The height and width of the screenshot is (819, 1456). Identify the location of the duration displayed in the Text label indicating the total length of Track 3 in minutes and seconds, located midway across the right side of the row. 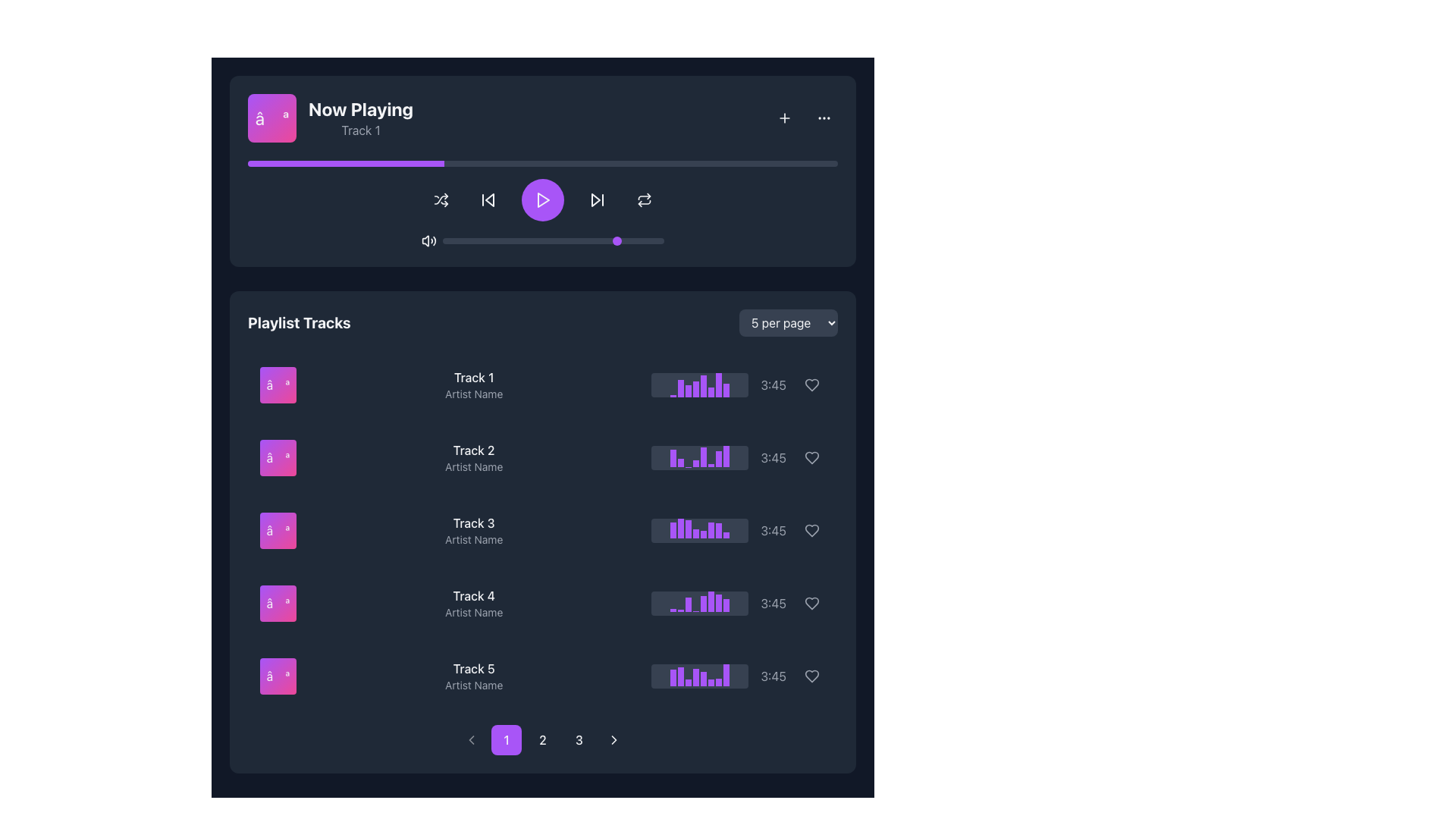
(739, 529).